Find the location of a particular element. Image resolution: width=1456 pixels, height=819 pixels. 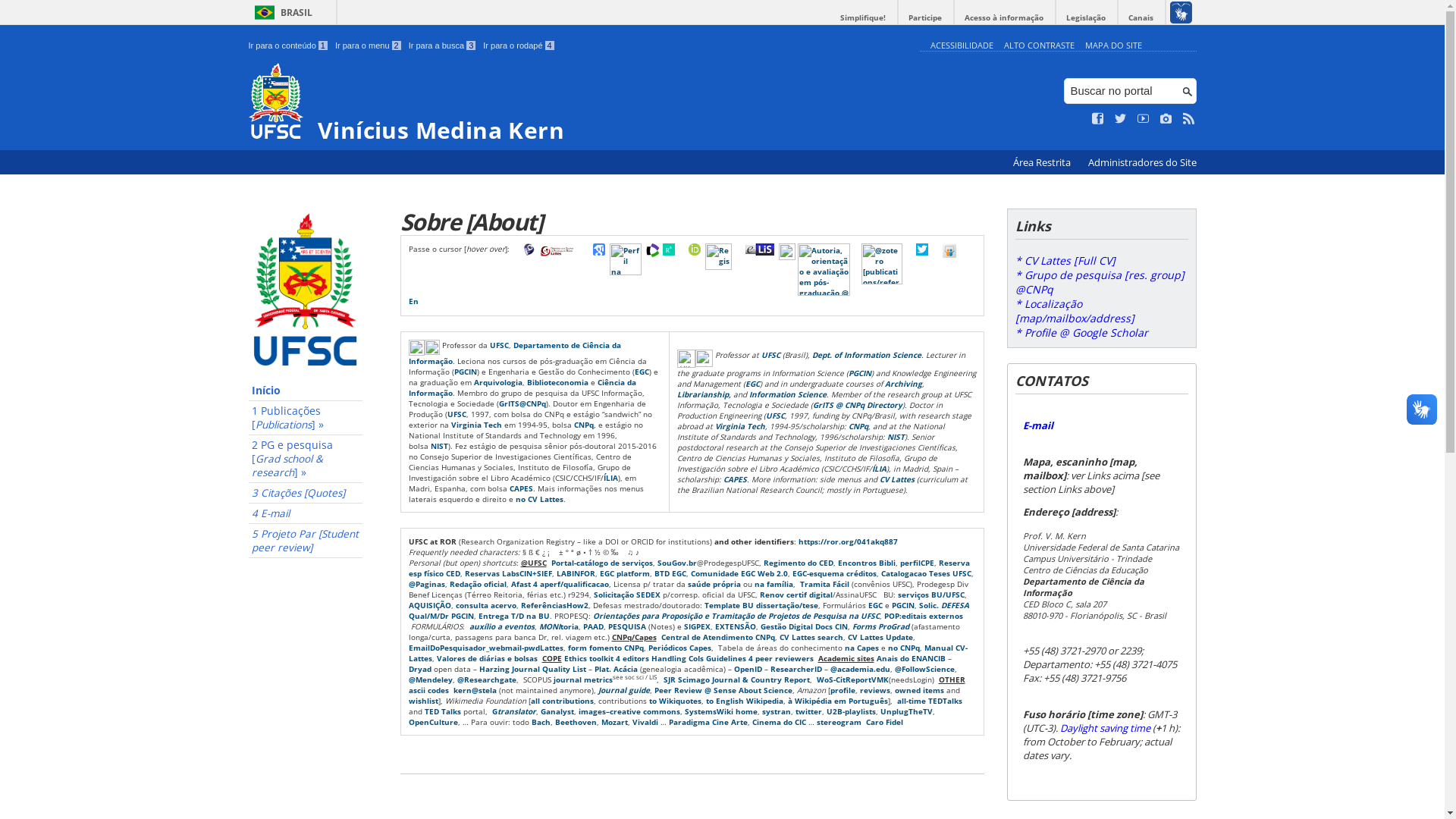

'Reservas LabsCIN+SIEF' is located at coordinates (507, 573).